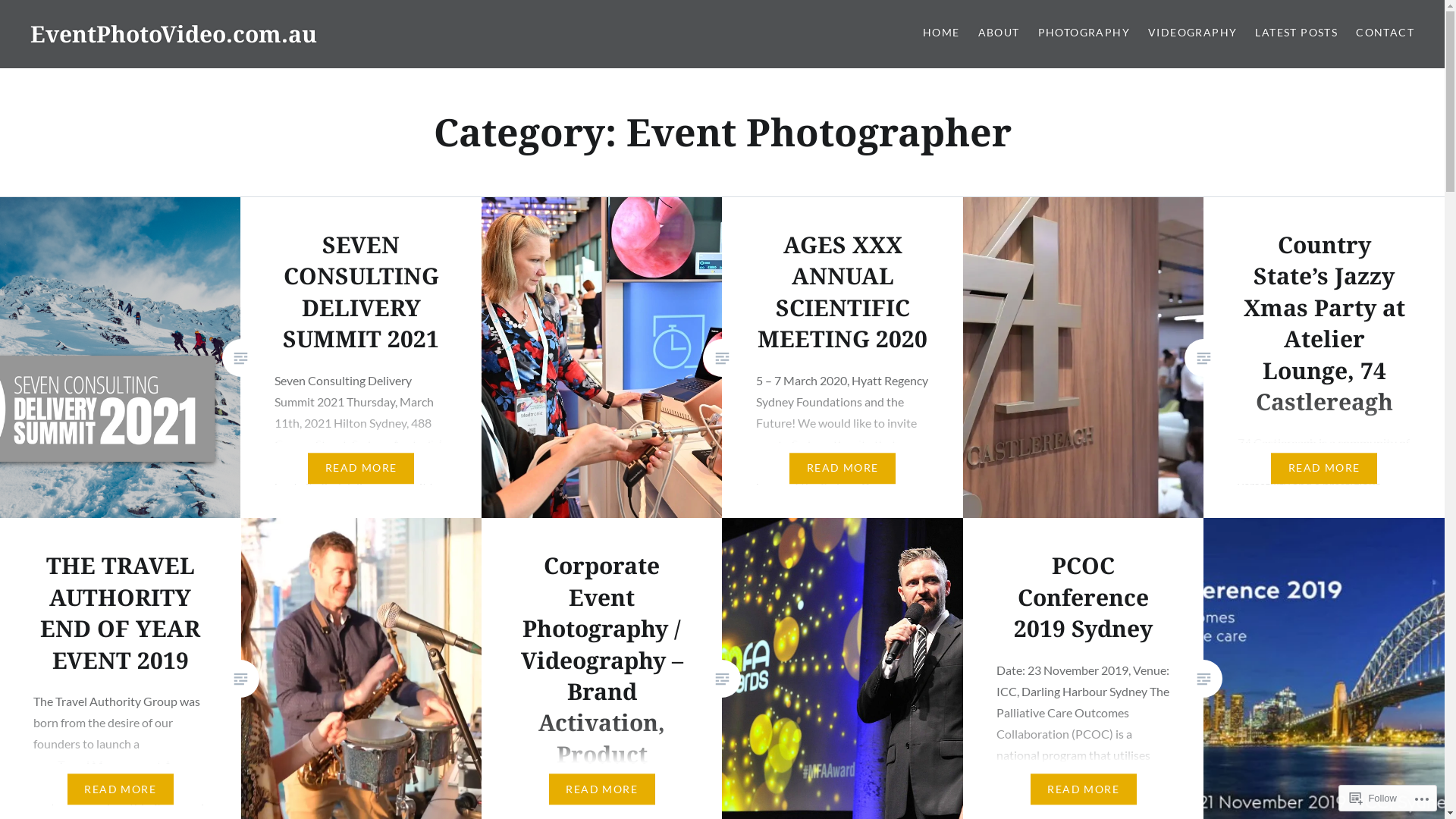 This screenshot has height=819, width=1456. Describe the element at coordinates (841, 291) in the screenshot. I see `'AGES XXX ANNUAL SCIENTIFIC MEETING 2020'` at that location.